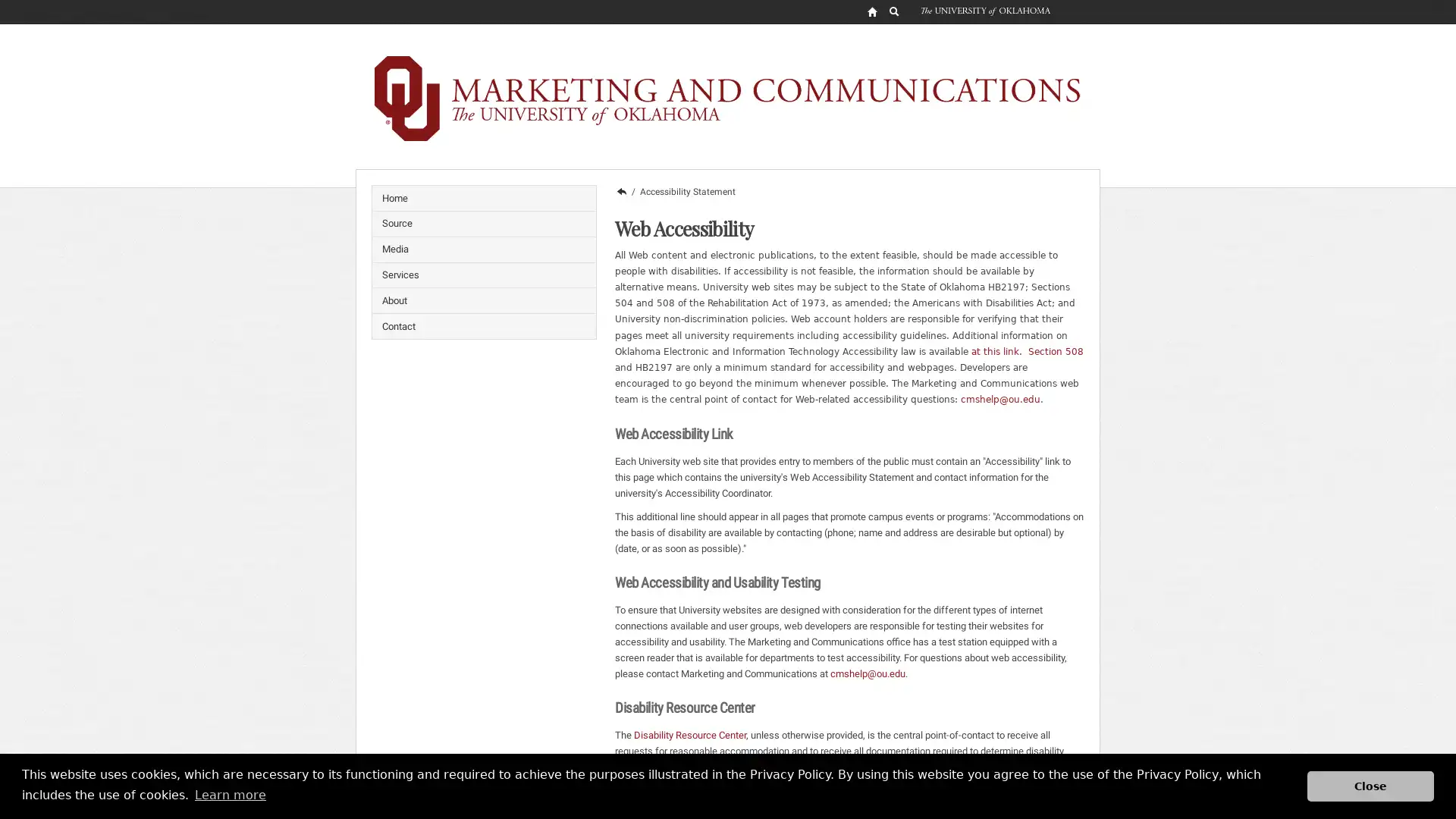 The image size is (1456, 819). I want to click on dismiss cookie message, so click(1370, 785).